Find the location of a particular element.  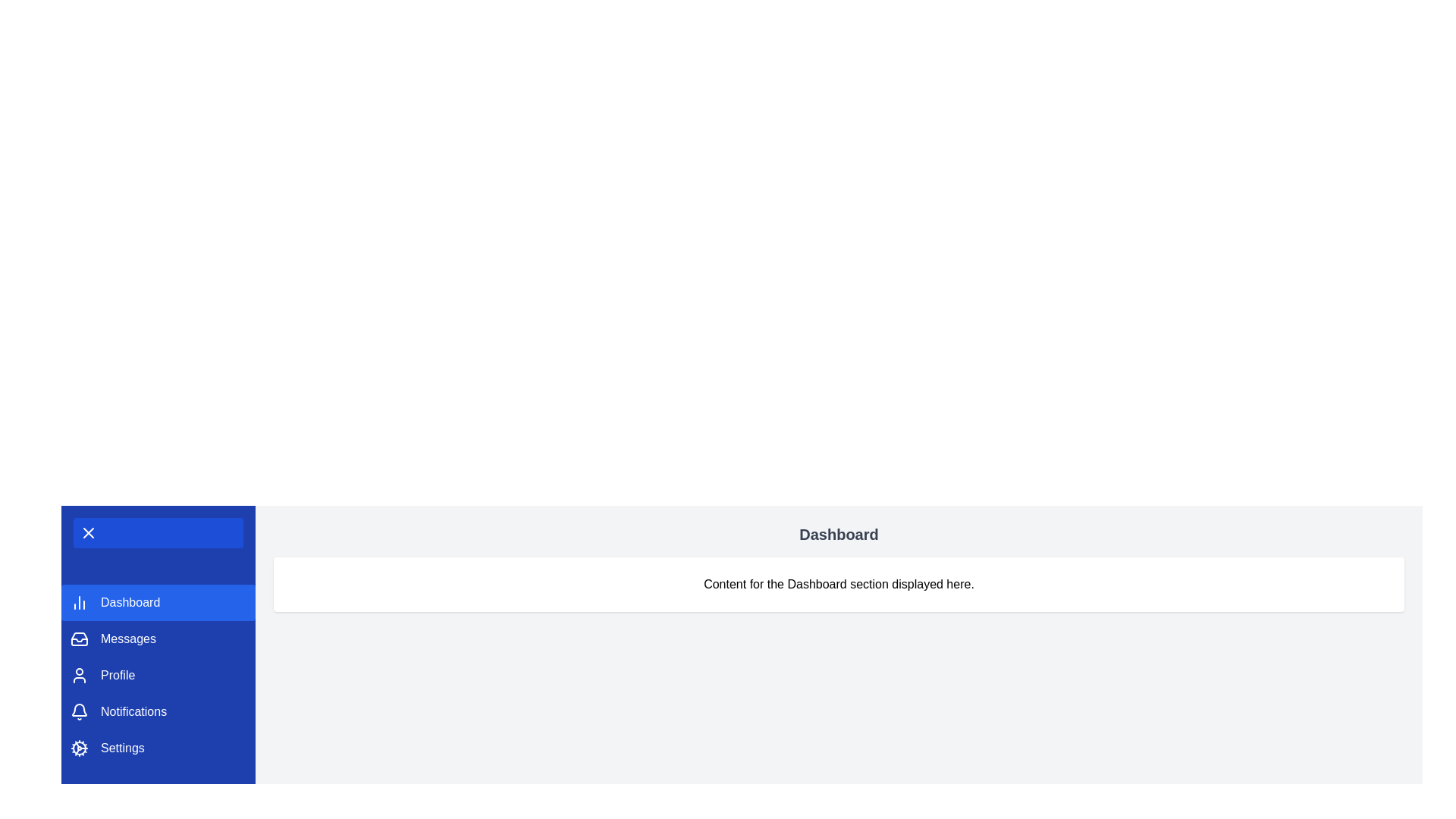

the 'Messages' menu item located in the second position of the vertical sidebar menu to activate hover effects is located at coordinates (158, 639).